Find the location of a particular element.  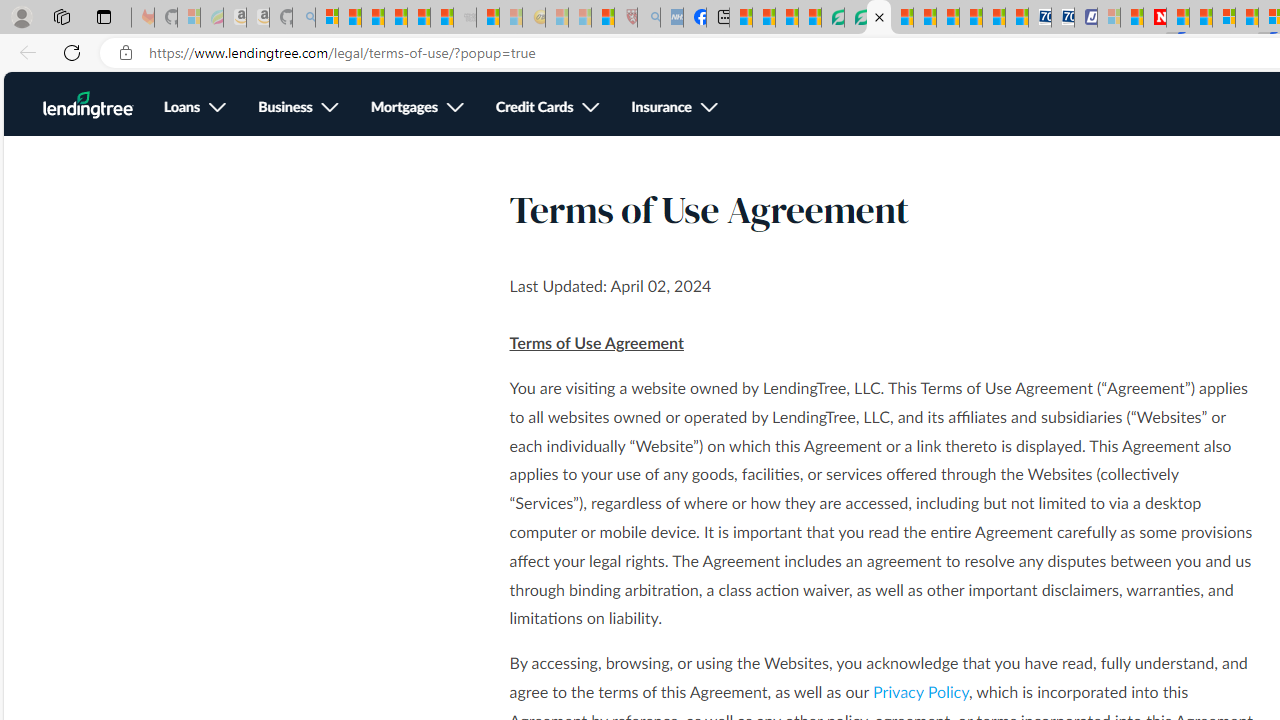

'LendingTree Homepage Logo' is located at coordinates (87, 105).